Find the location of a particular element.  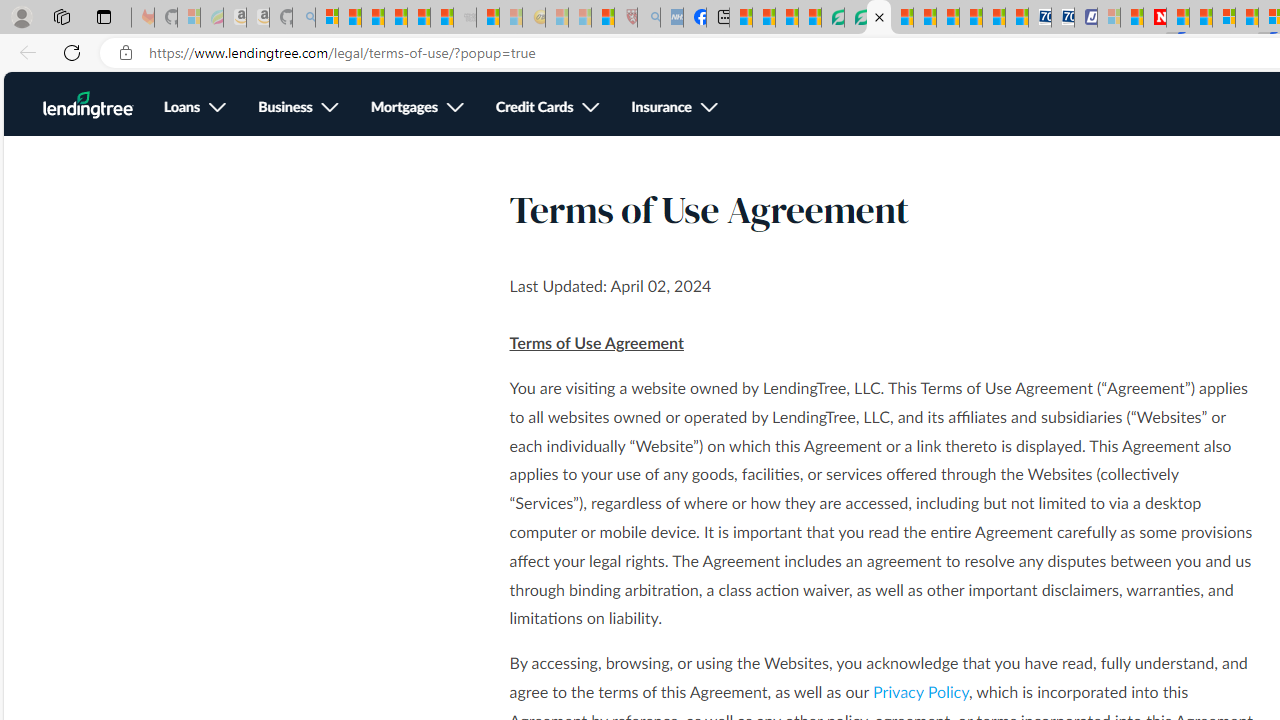

'LendingTree Homepage Logo' is located at coordinates (87, 105).